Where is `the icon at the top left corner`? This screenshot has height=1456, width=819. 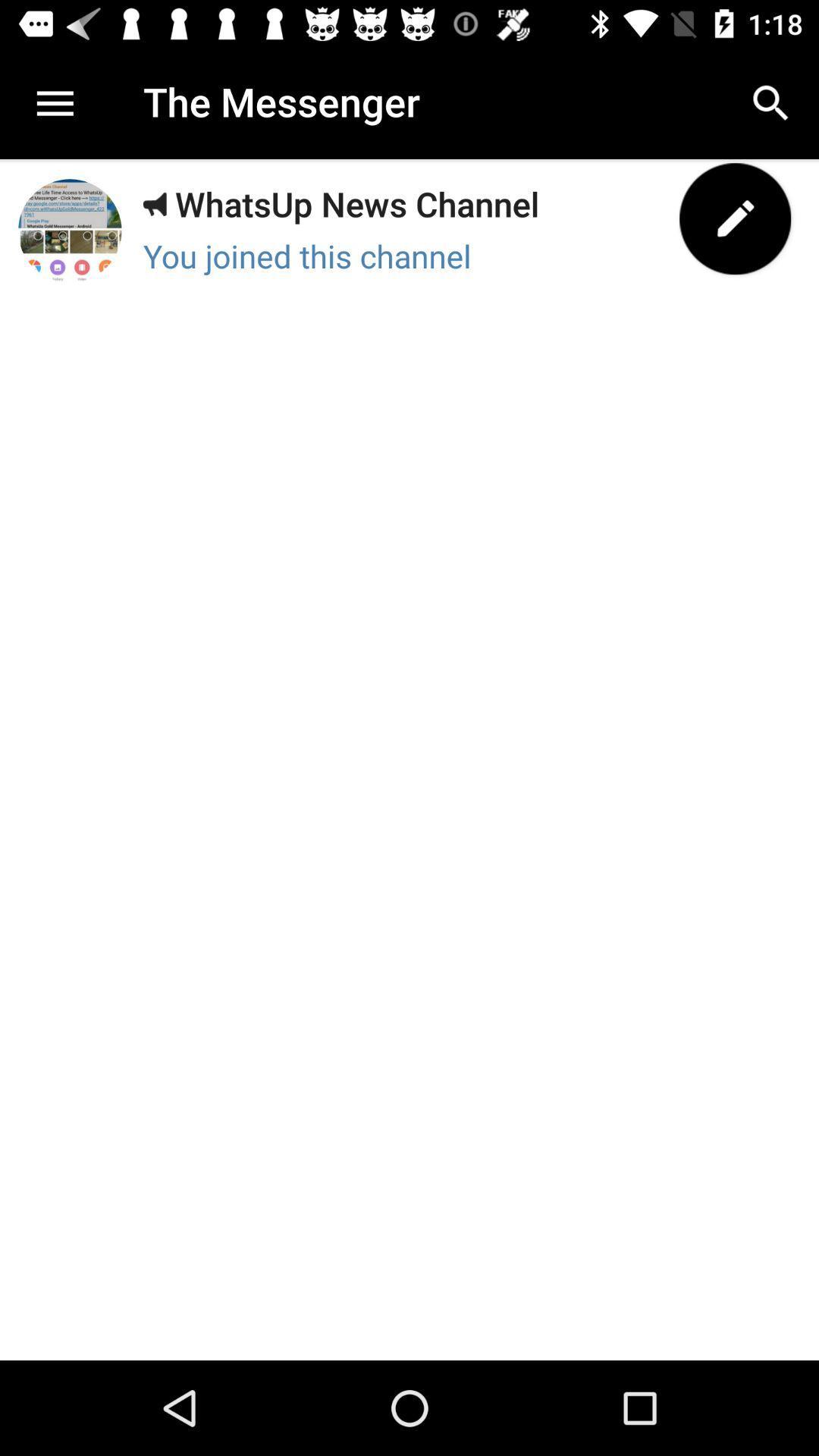
the icon at the top left corner is located at coordinates (52, 102).